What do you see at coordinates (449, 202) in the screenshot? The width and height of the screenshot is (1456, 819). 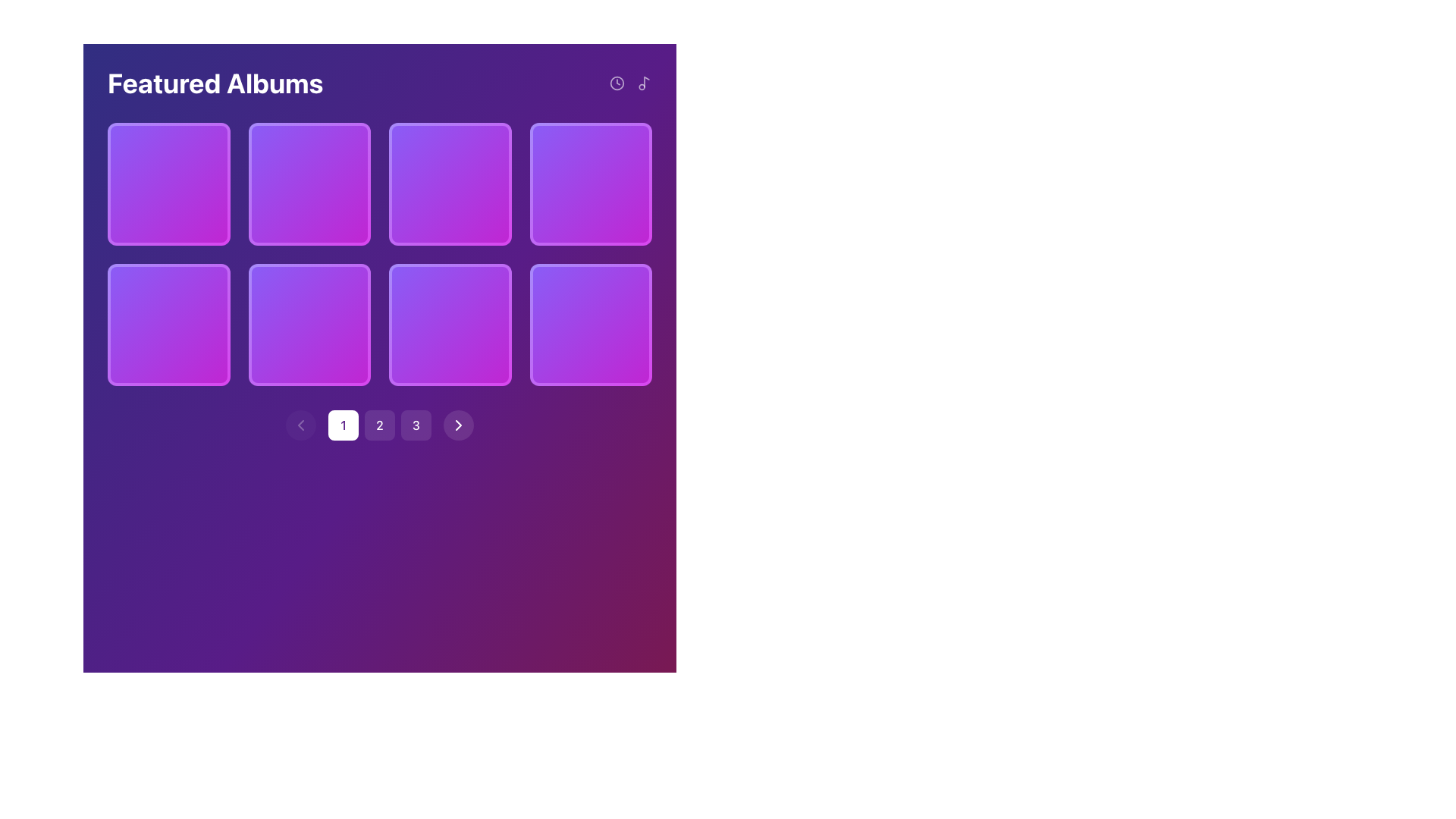 I see `the informational overlay that displays album details, including title, artist, length, and number of tracks, located in the second row and third column of the 'Featured Albums' section` at bounding box center [449, 202].